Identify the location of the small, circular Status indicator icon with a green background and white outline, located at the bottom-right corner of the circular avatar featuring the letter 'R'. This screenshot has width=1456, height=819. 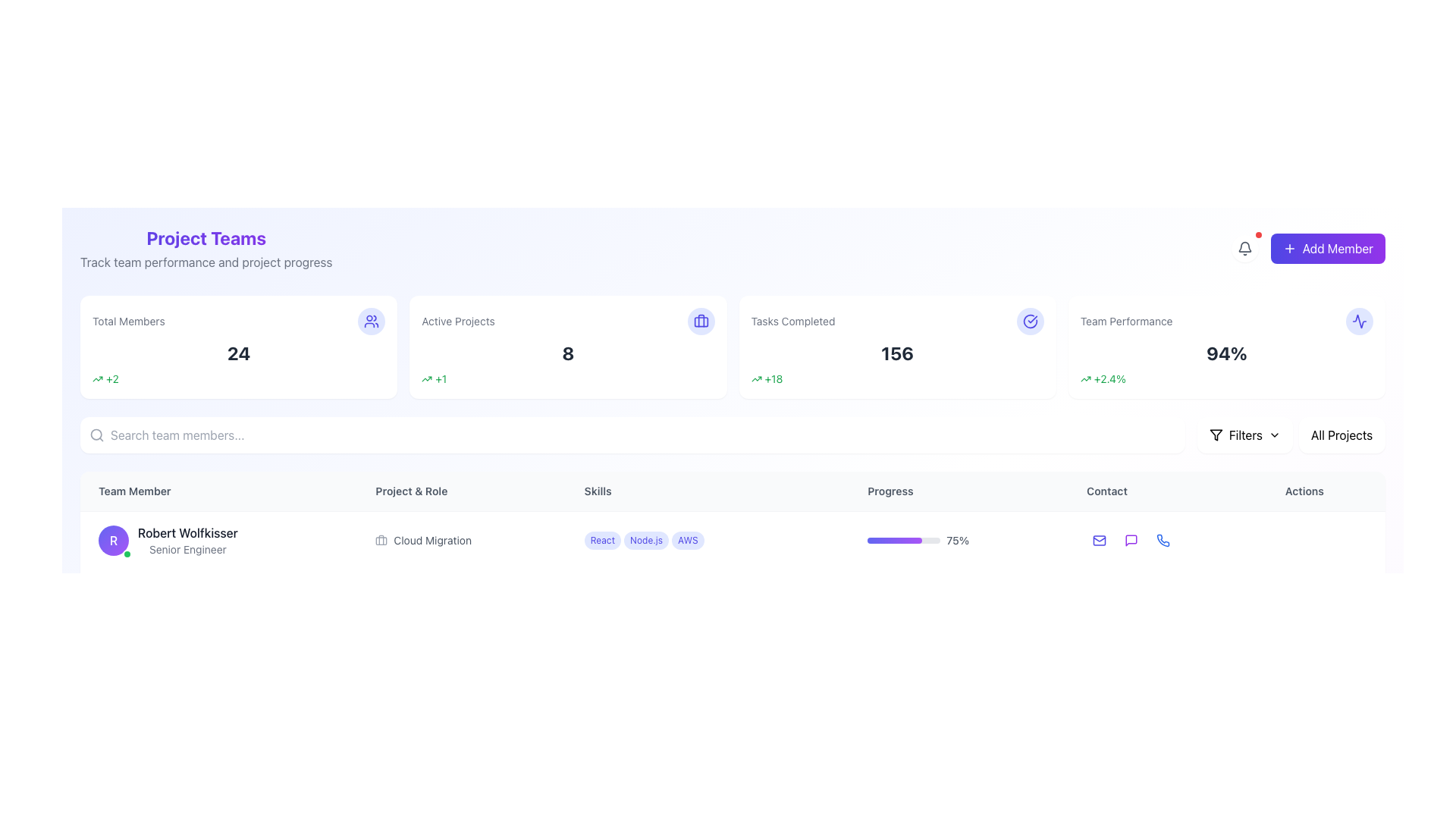
(127, 554).